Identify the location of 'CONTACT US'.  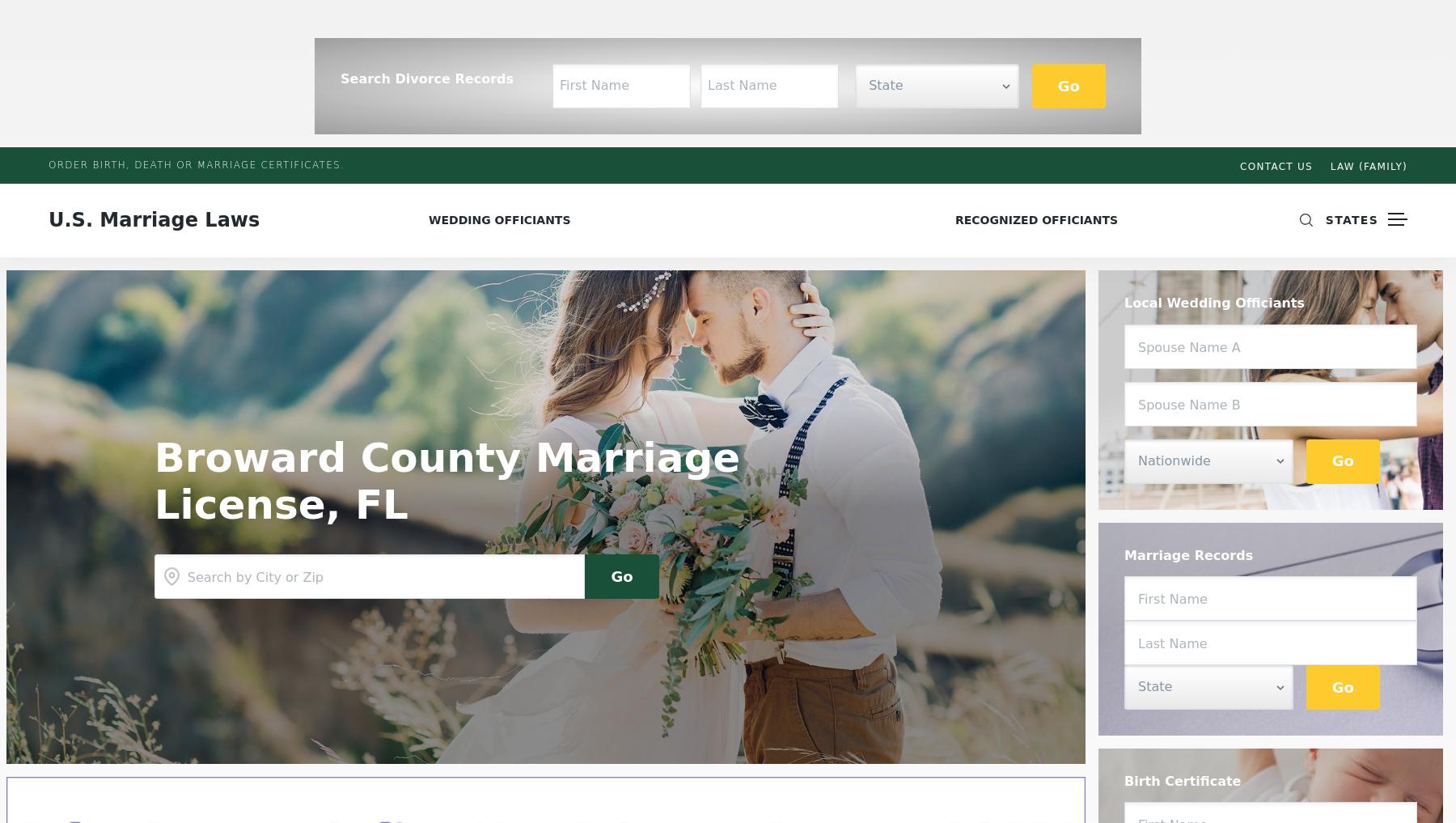
(1240, 167).